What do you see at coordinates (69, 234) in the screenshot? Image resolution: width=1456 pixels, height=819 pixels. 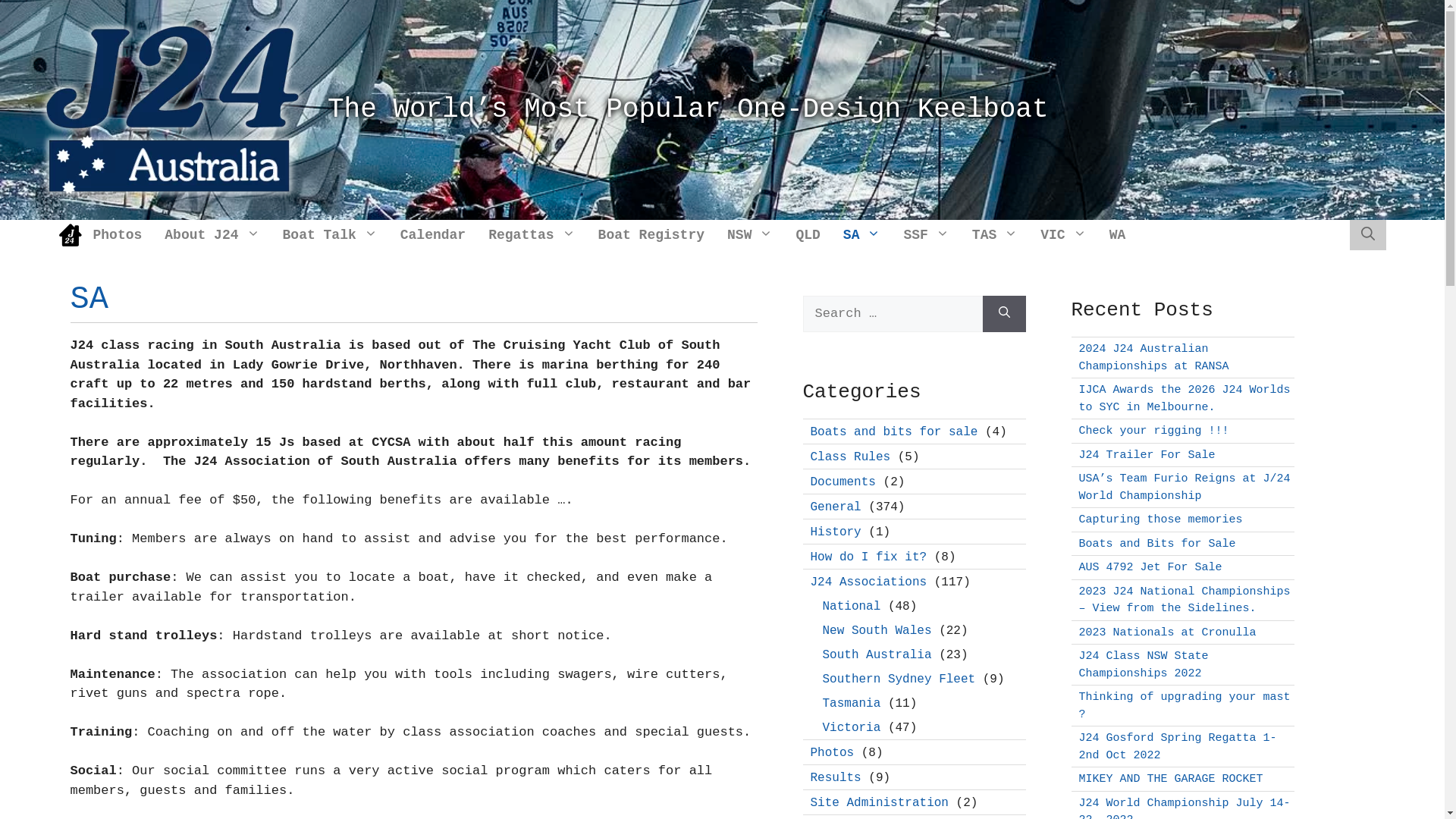 I see `'Home'` at bounding box center [69, 234].